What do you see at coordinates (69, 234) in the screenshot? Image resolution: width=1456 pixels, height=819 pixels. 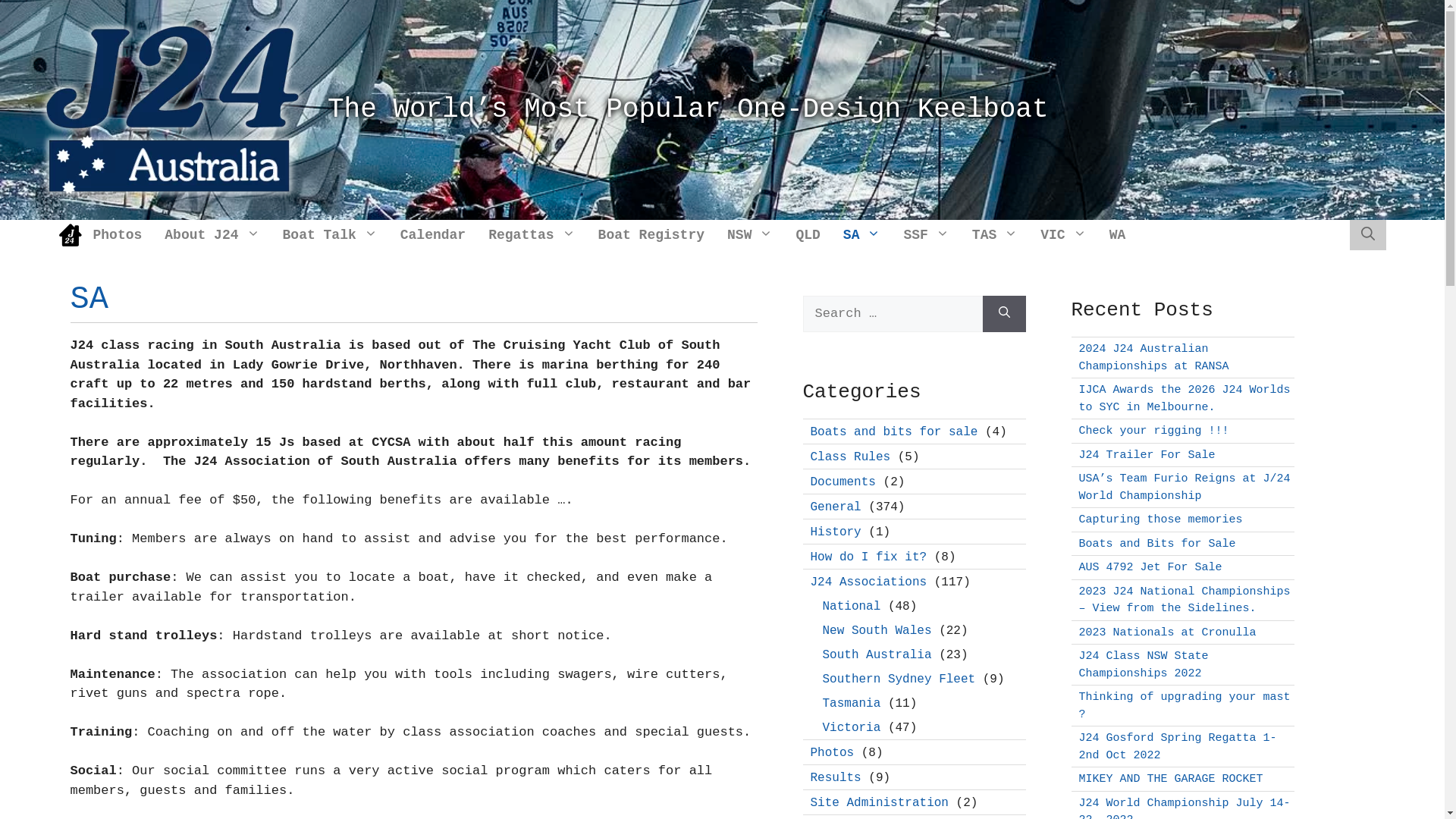 I see `'Home'` at bounding box center [69, 234].